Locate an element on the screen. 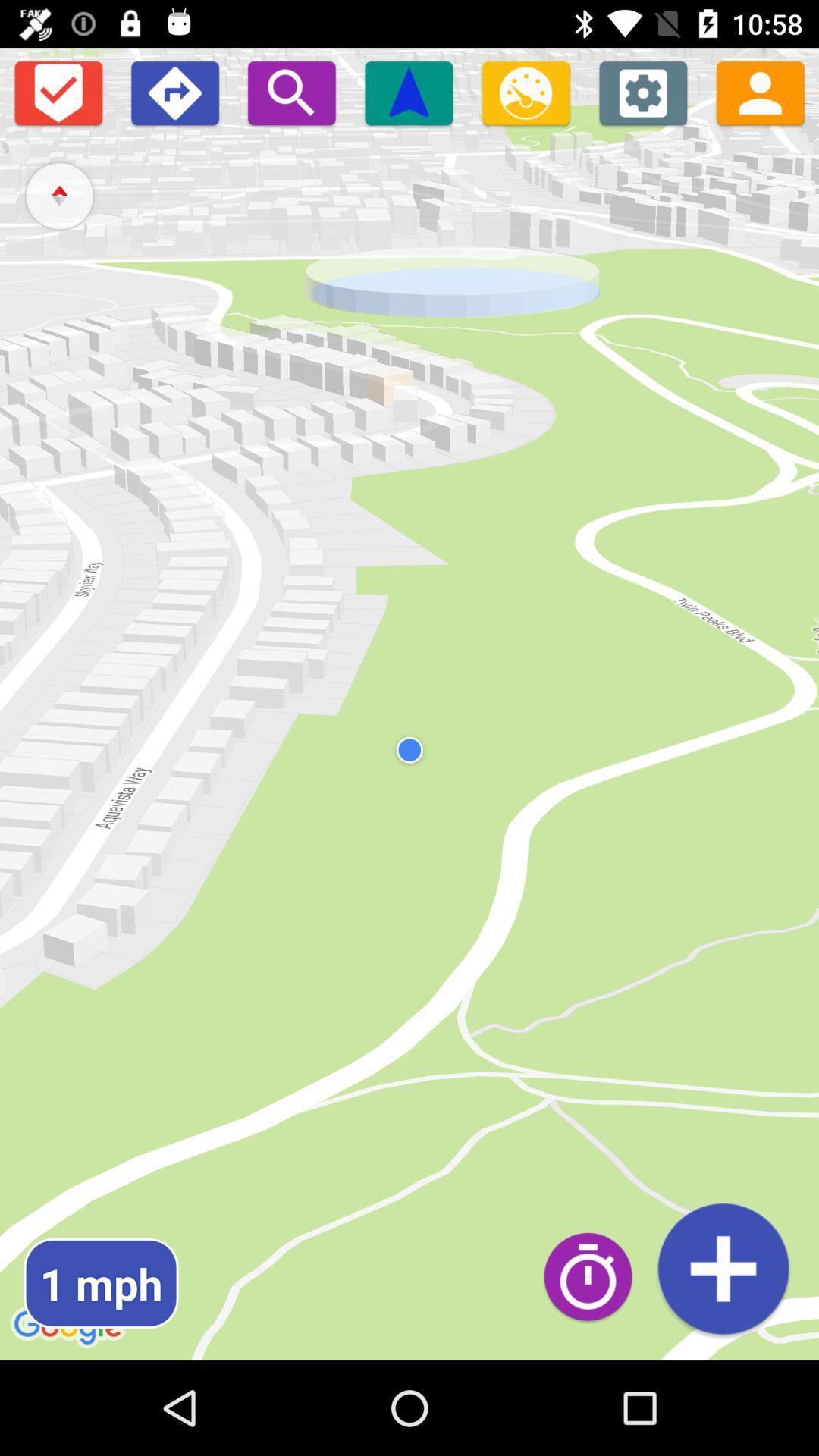 The height and width of the screenshot is (1456, 819). the explore icon is located at coordinates (58, 195).